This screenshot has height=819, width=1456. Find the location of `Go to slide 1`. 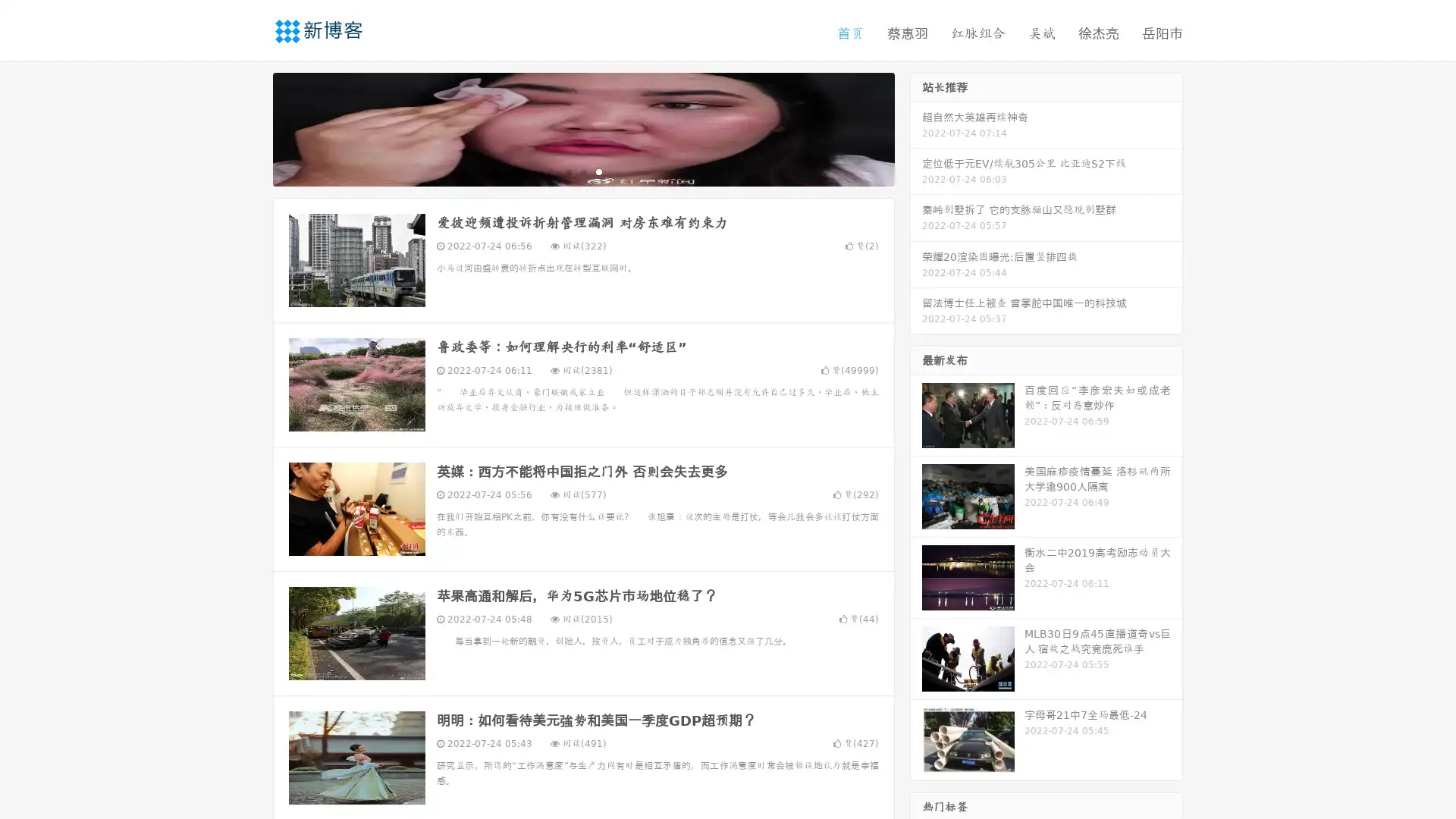

Go to slide 1 is located at coordinates (567, 171).